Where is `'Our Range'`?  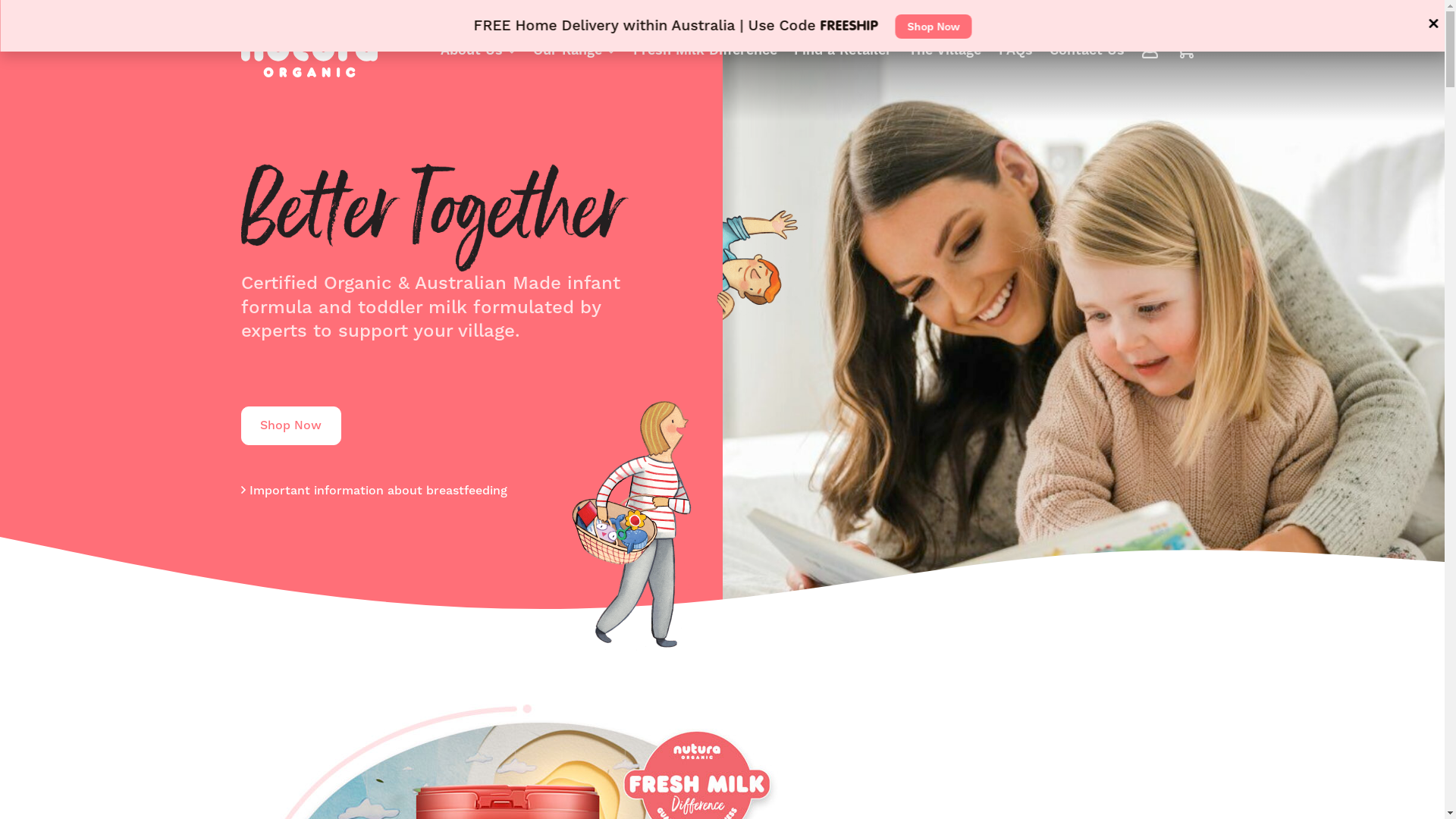
'Our Range' is located at coordinates (573, 49).